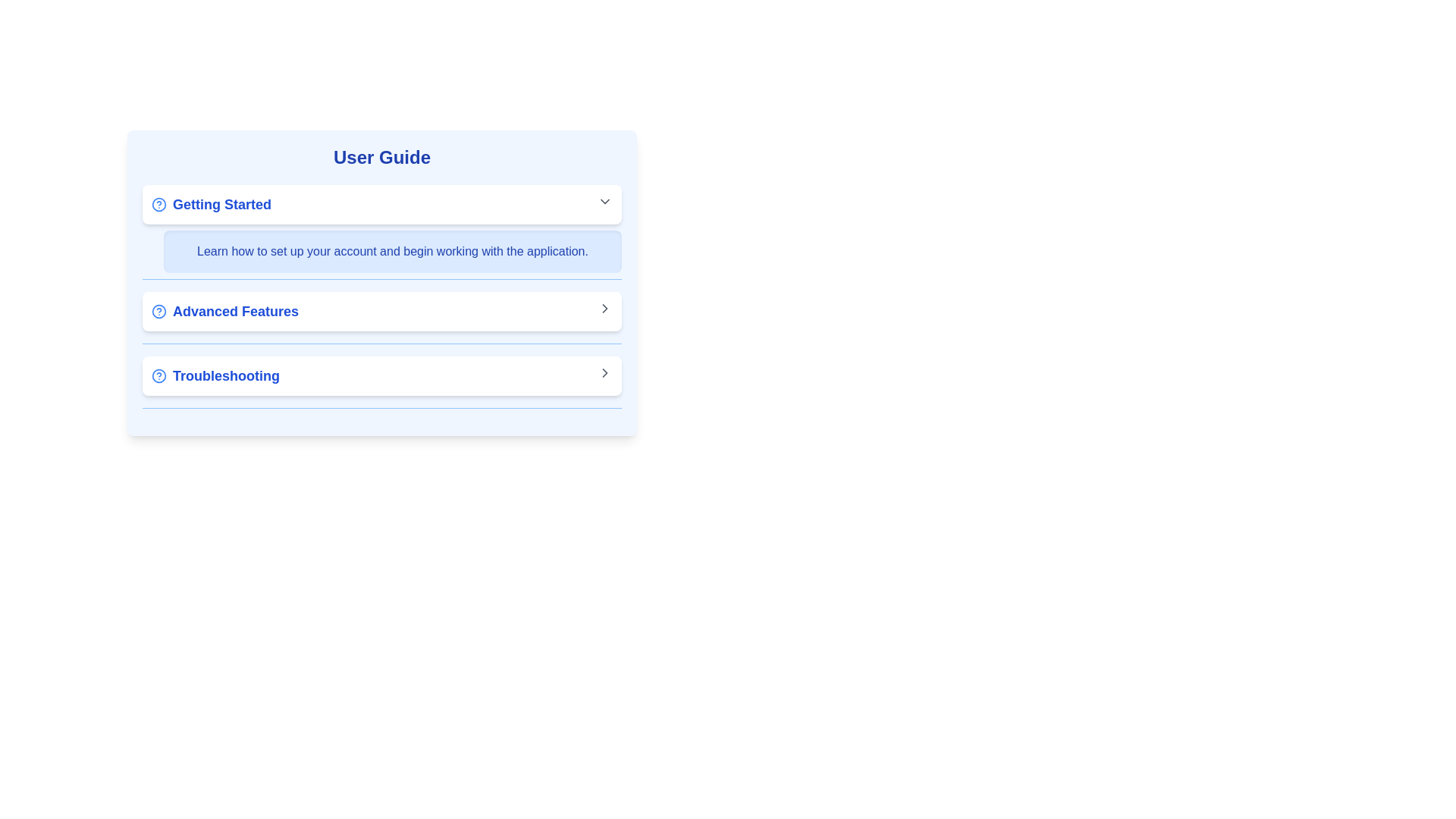 This screenshot has height=819, width=1456. Describe the element at coordinates (215, 375) in the screenshot. I see `the 'Troubleshooting' section, which features a bold blue font and an icon on the left, located below 'Advanced Features' in the 'User Guide.'` at that location.